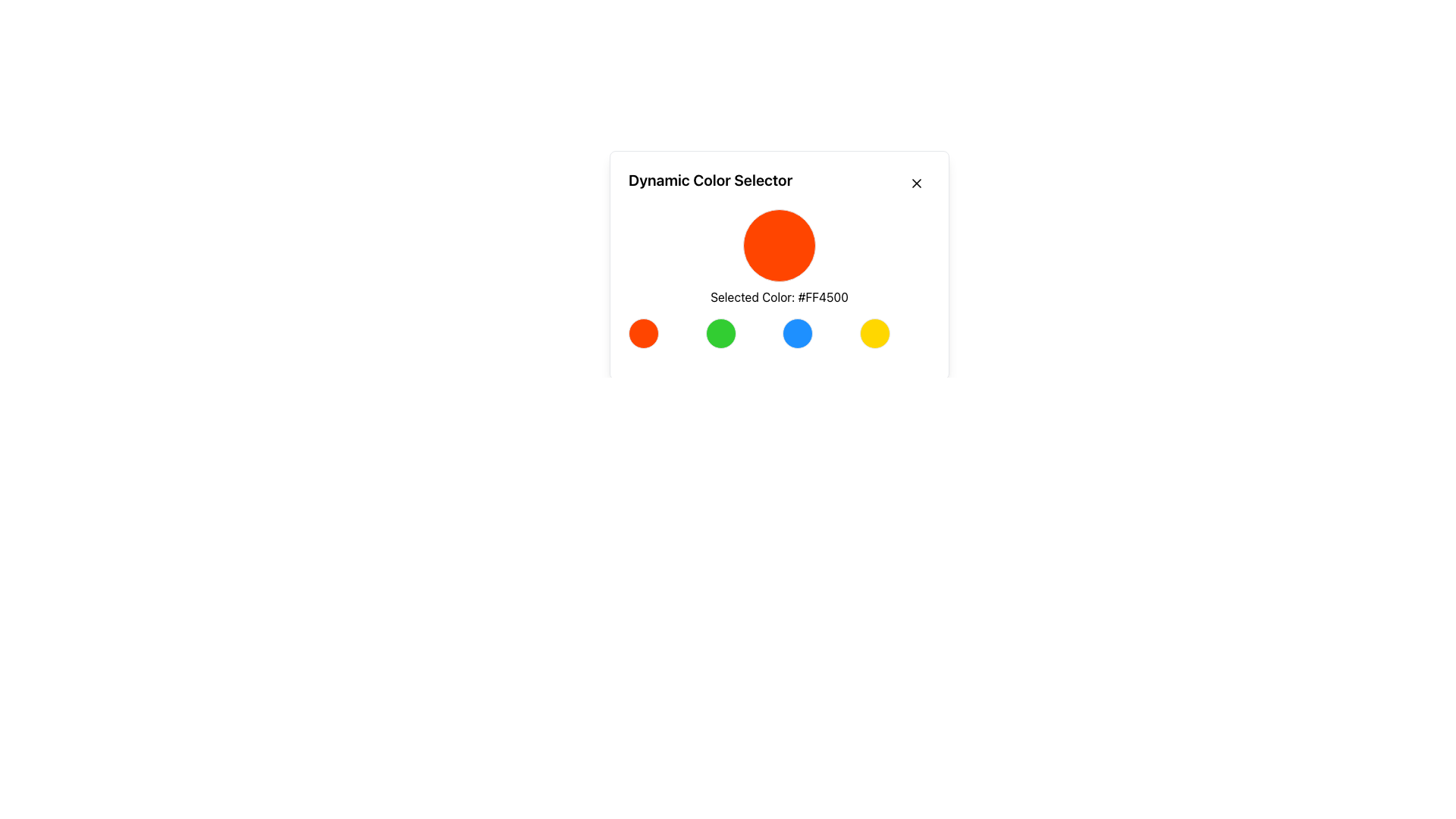 Image resolution: width=1456 pixels, height=819 pixels. What do you see at coordinates (796, 332) in the screenshot?
I see `the third circular button representing the color blue in the Dynamic Color Selector interface` at bounding box center [796, 332].